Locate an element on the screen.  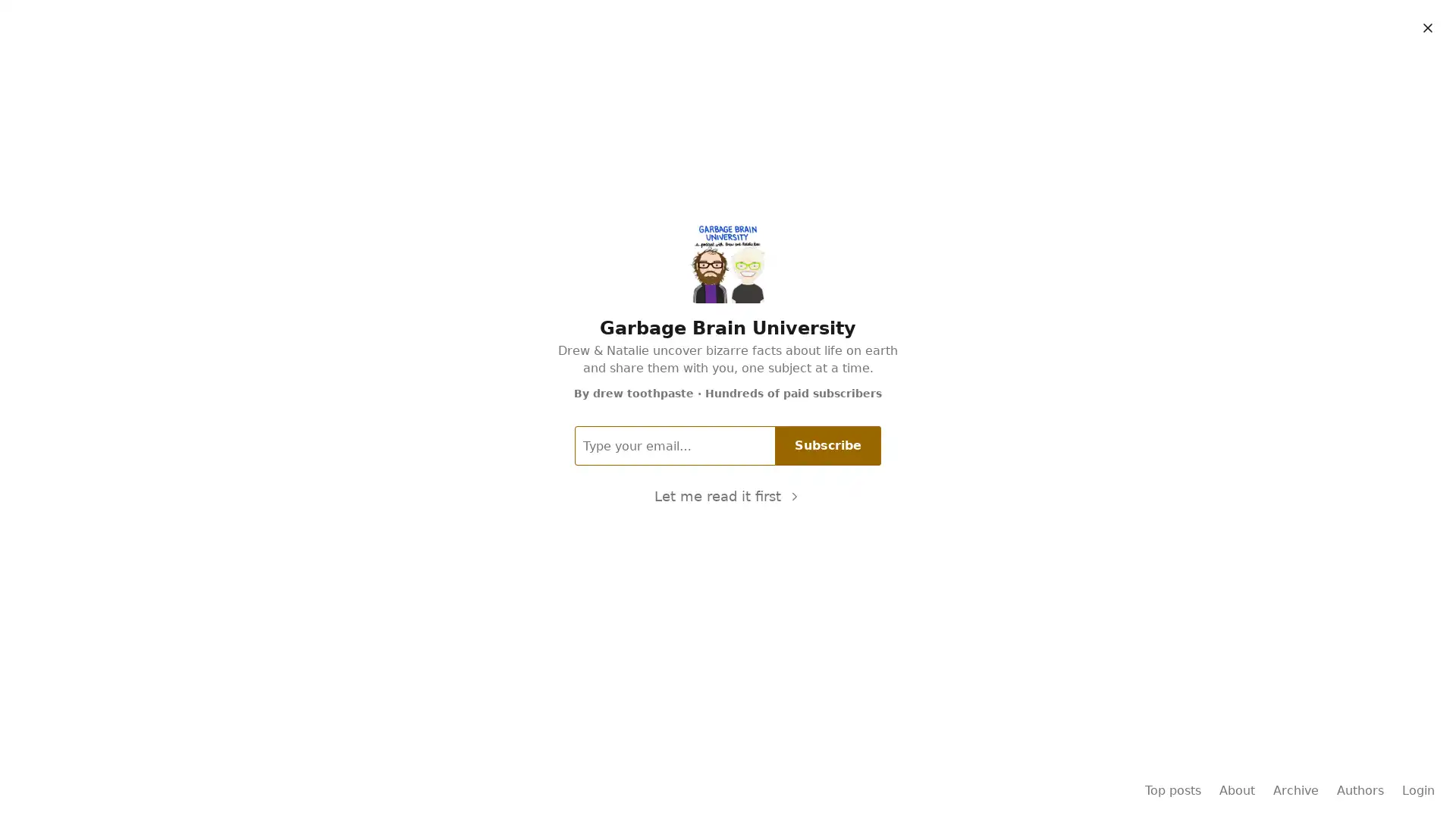
Close is located at coordinates (1426, 28).